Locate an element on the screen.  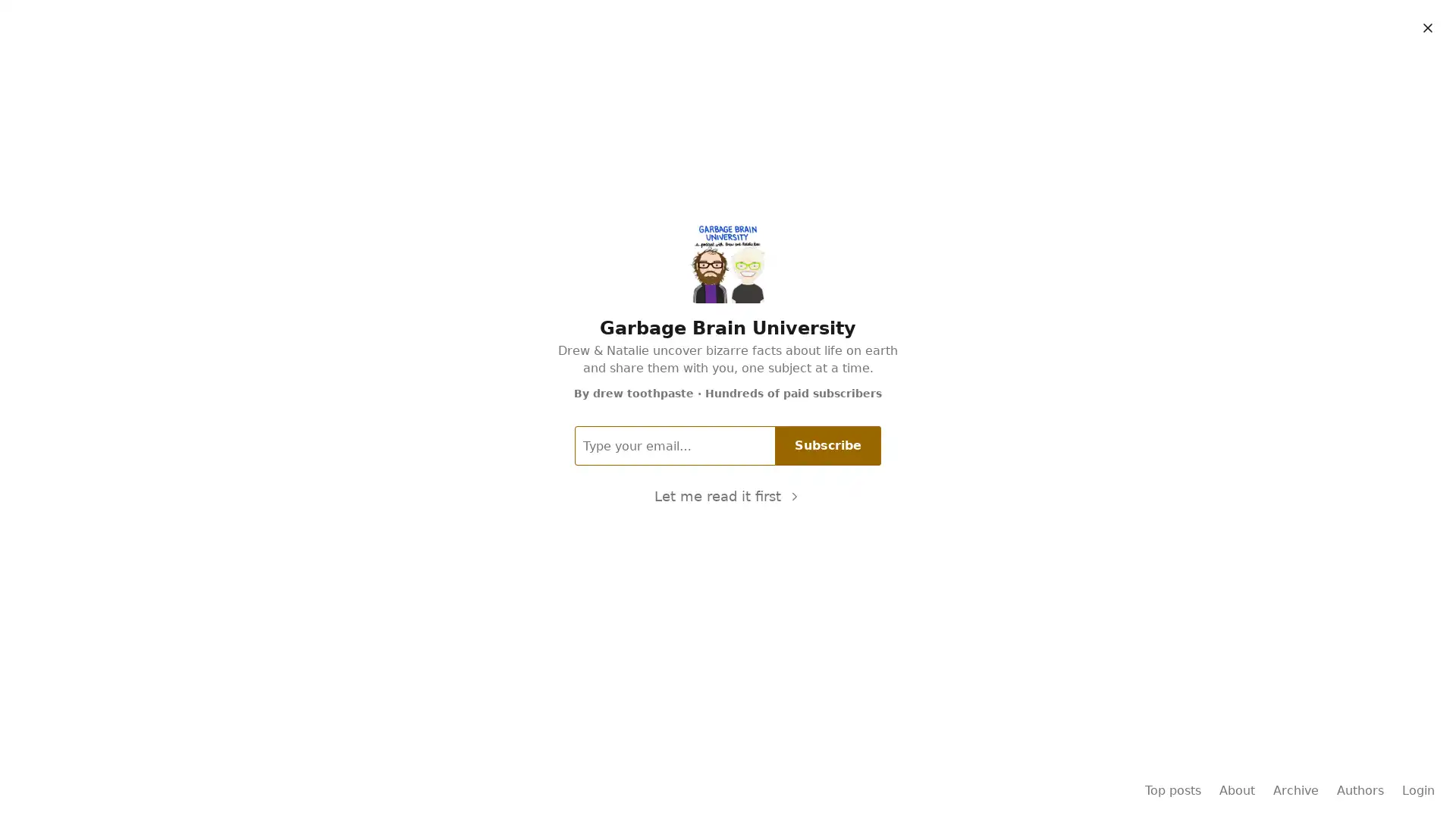
Close is located at coordinates (1426, 28).